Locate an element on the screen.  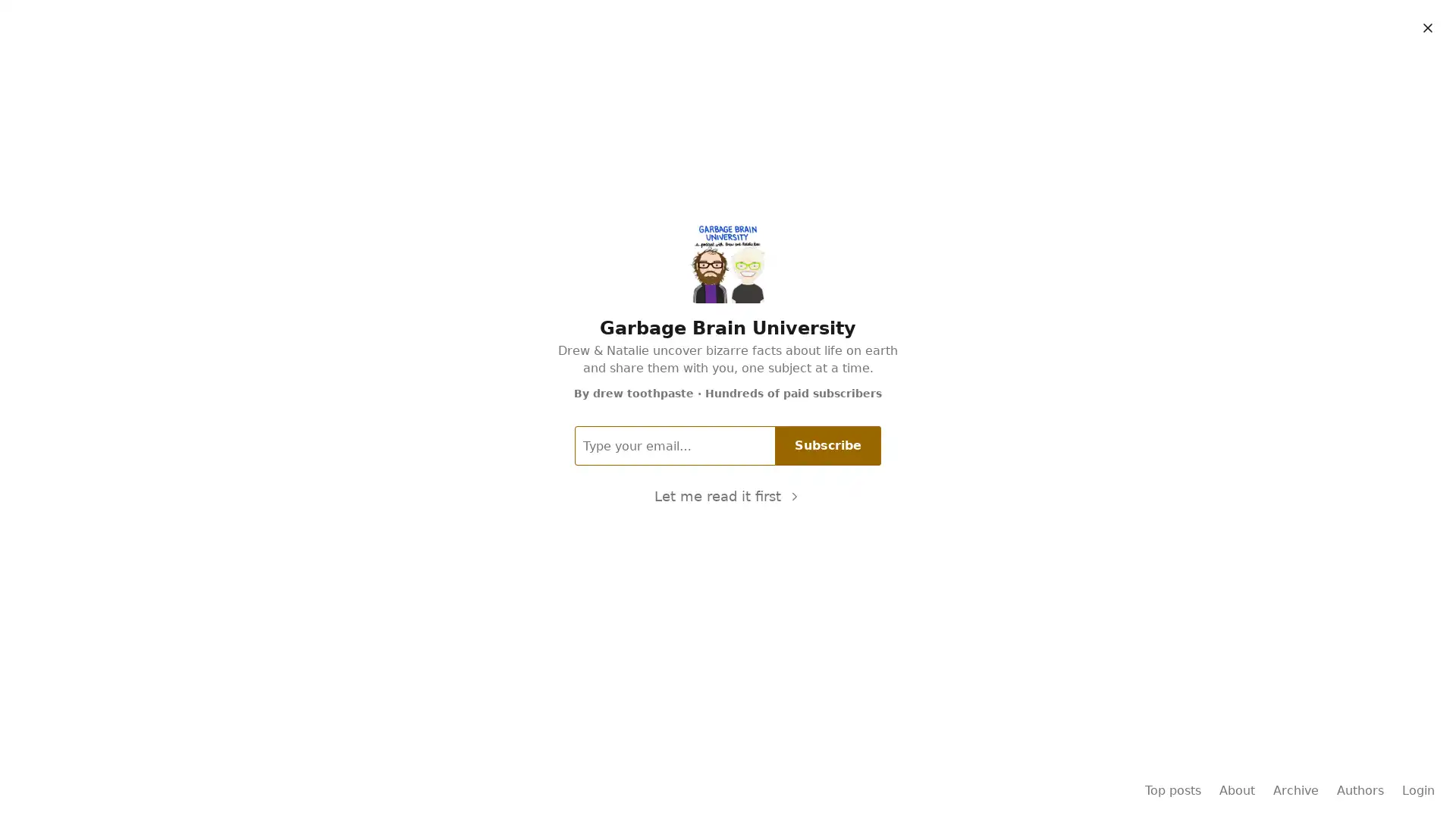
Close is located at coordinates (1426, 28).